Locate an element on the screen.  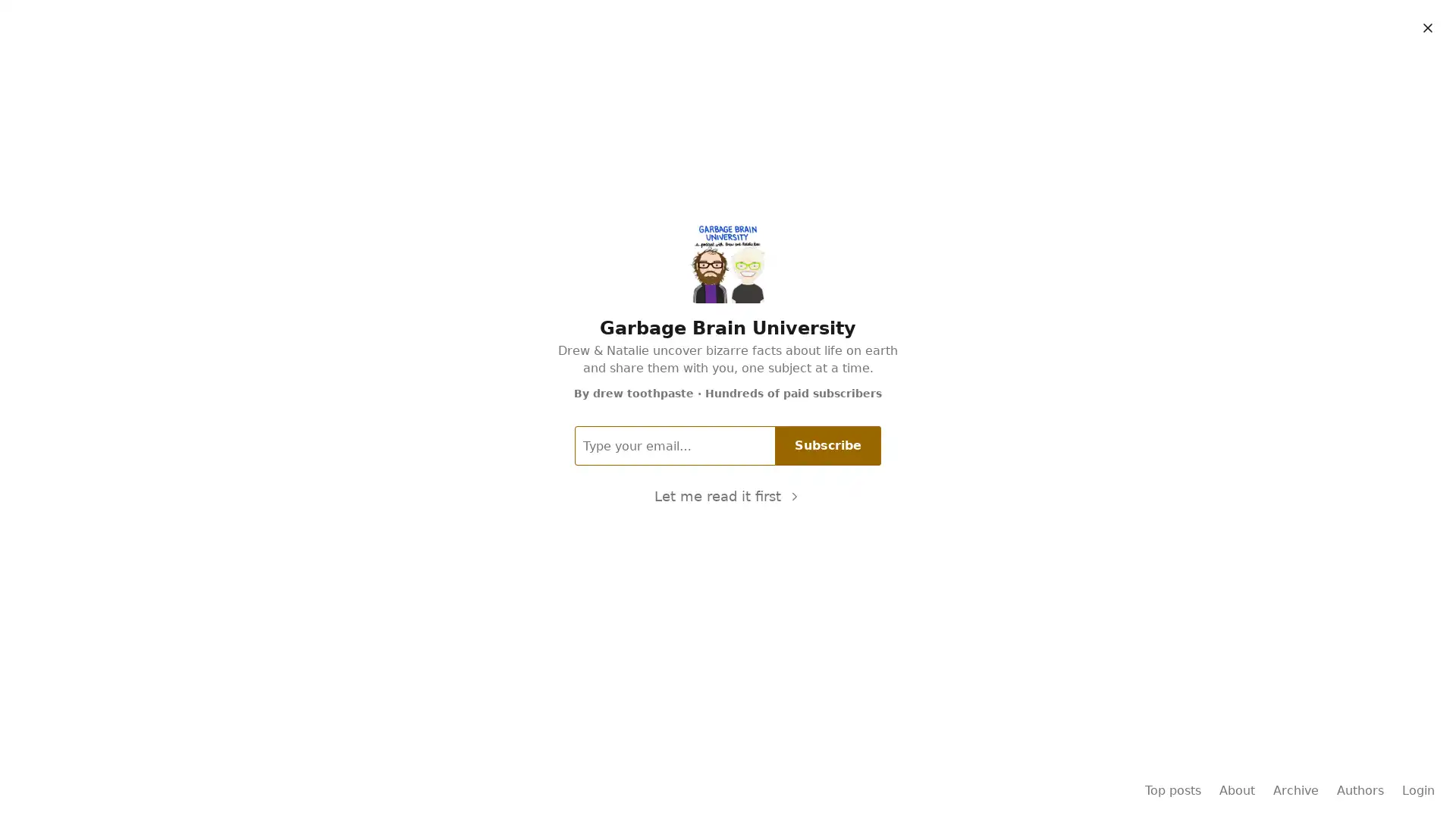
Close is located at coordinates (1426, 28).